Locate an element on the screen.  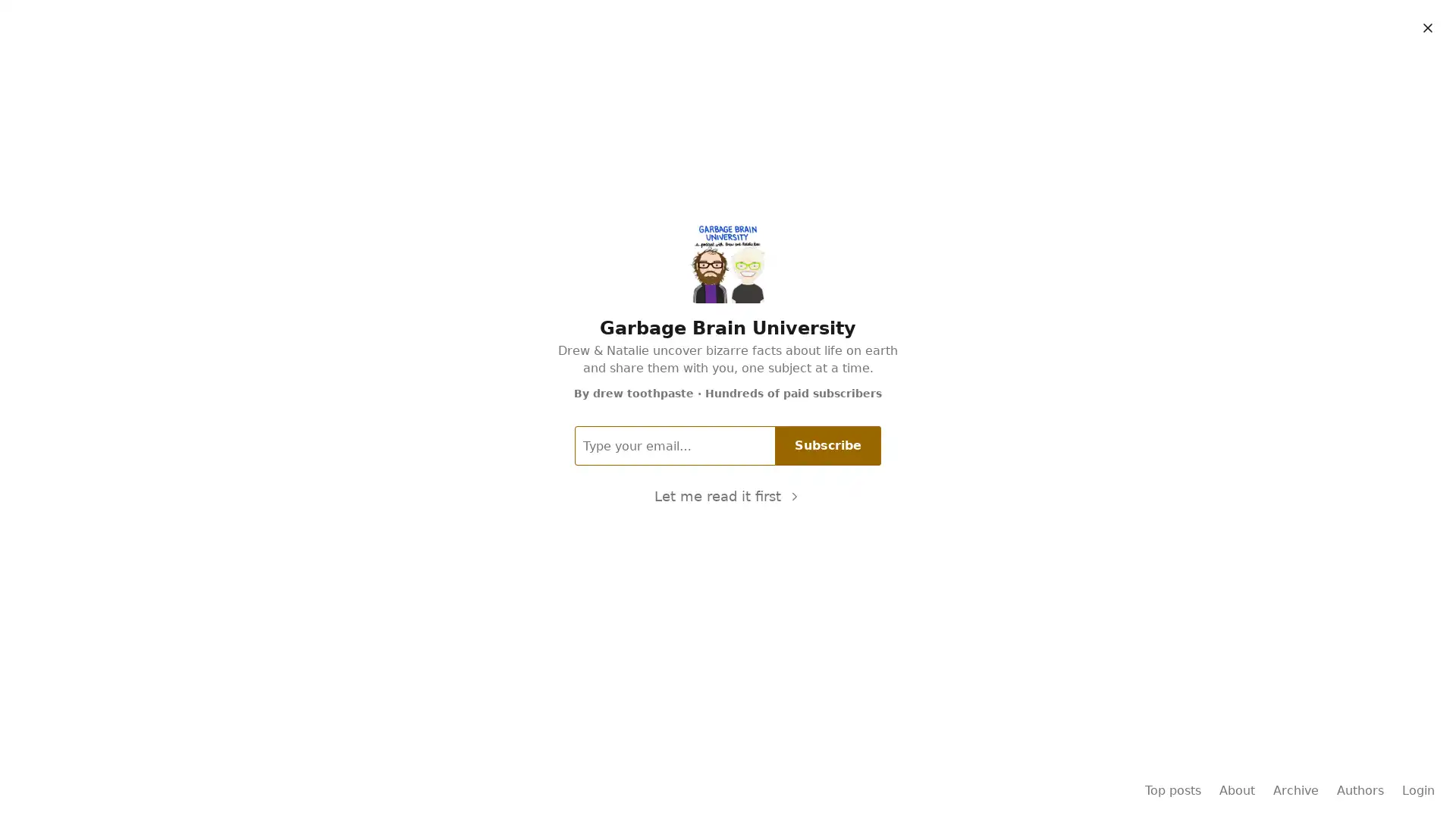
Close is located at coordinates (1426, 28).